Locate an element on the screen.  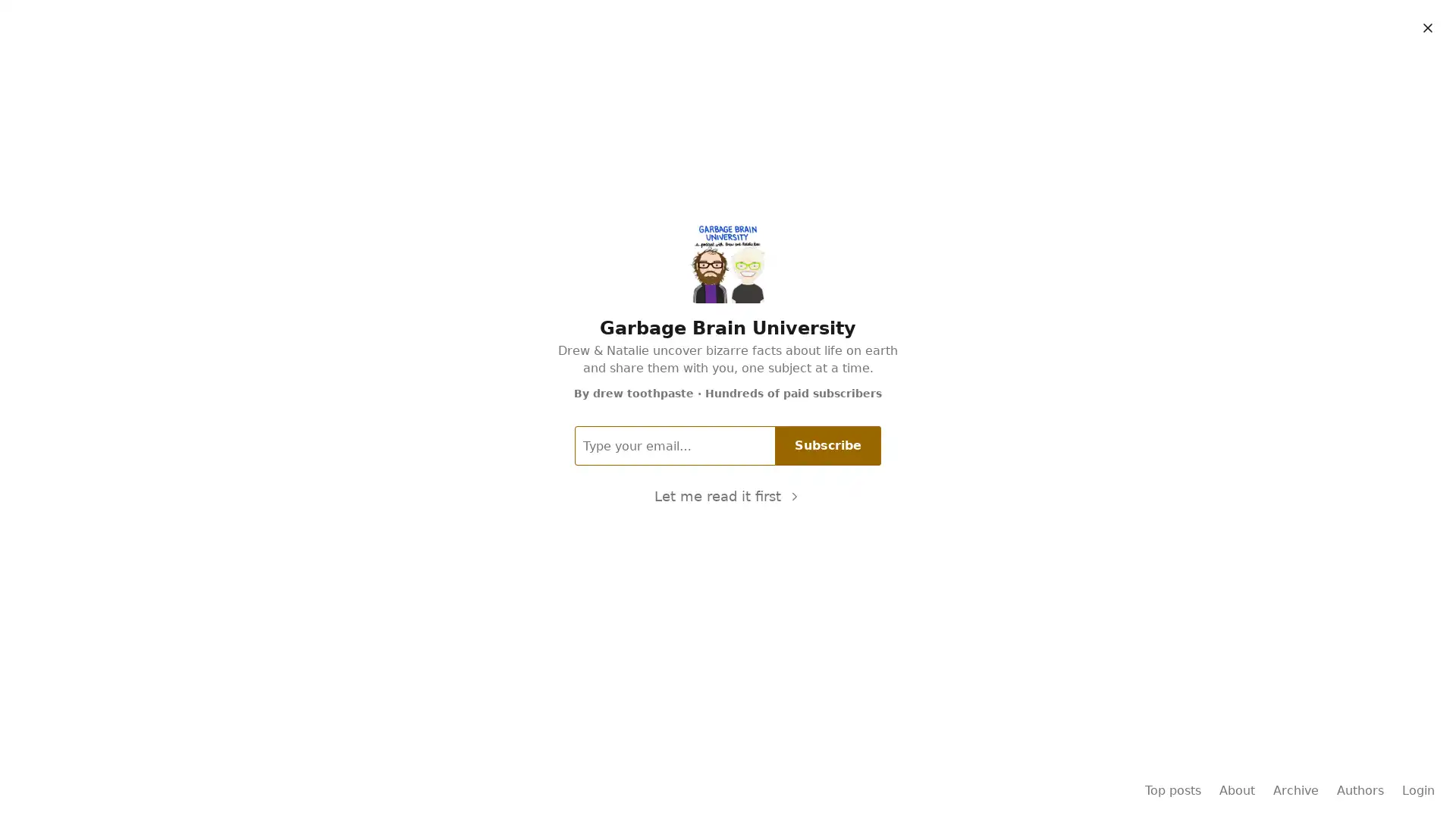
Close is located at coordinates (1426, 28).